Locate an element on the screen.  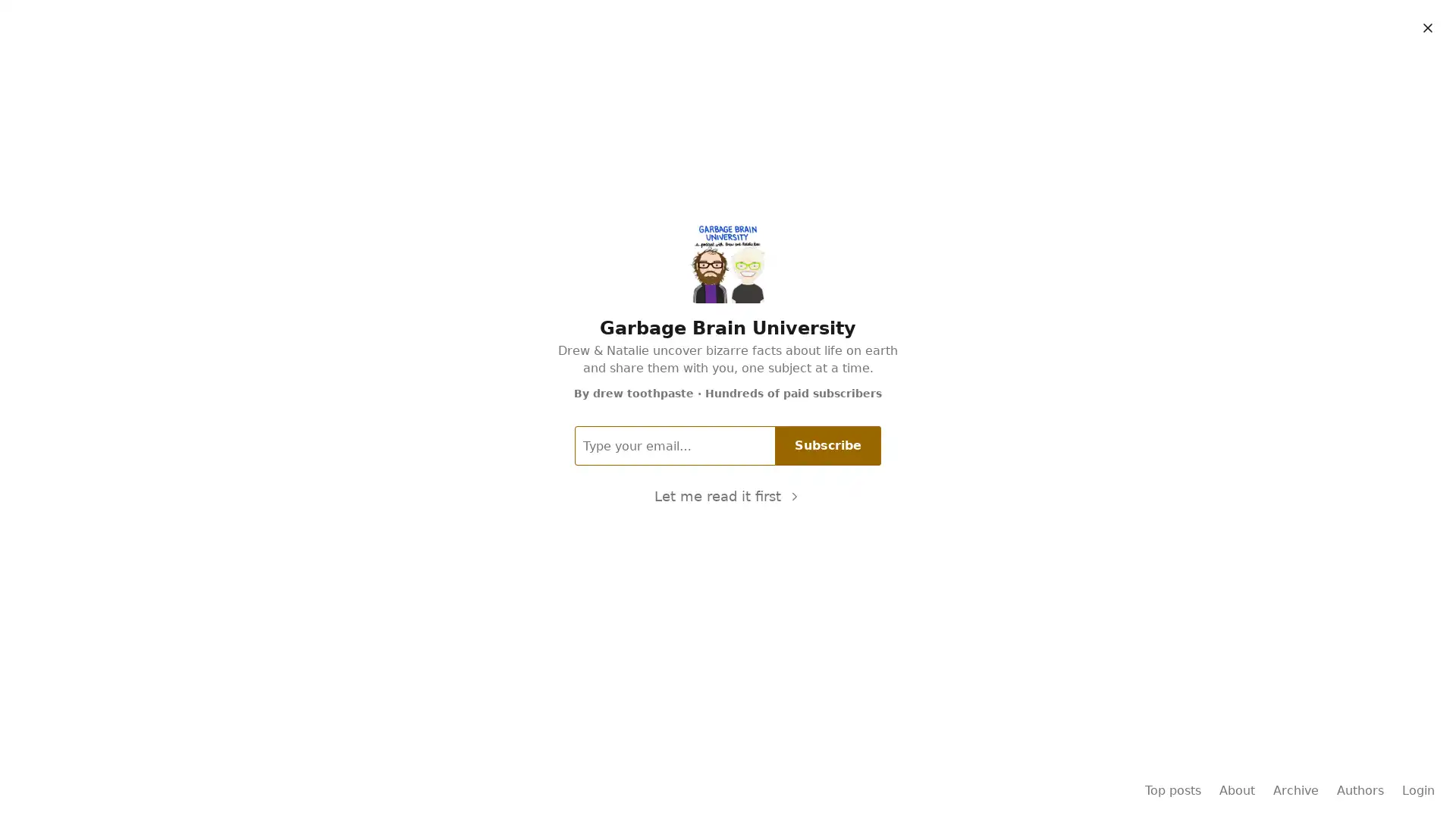
Close is located at coordinates (1426, 28).